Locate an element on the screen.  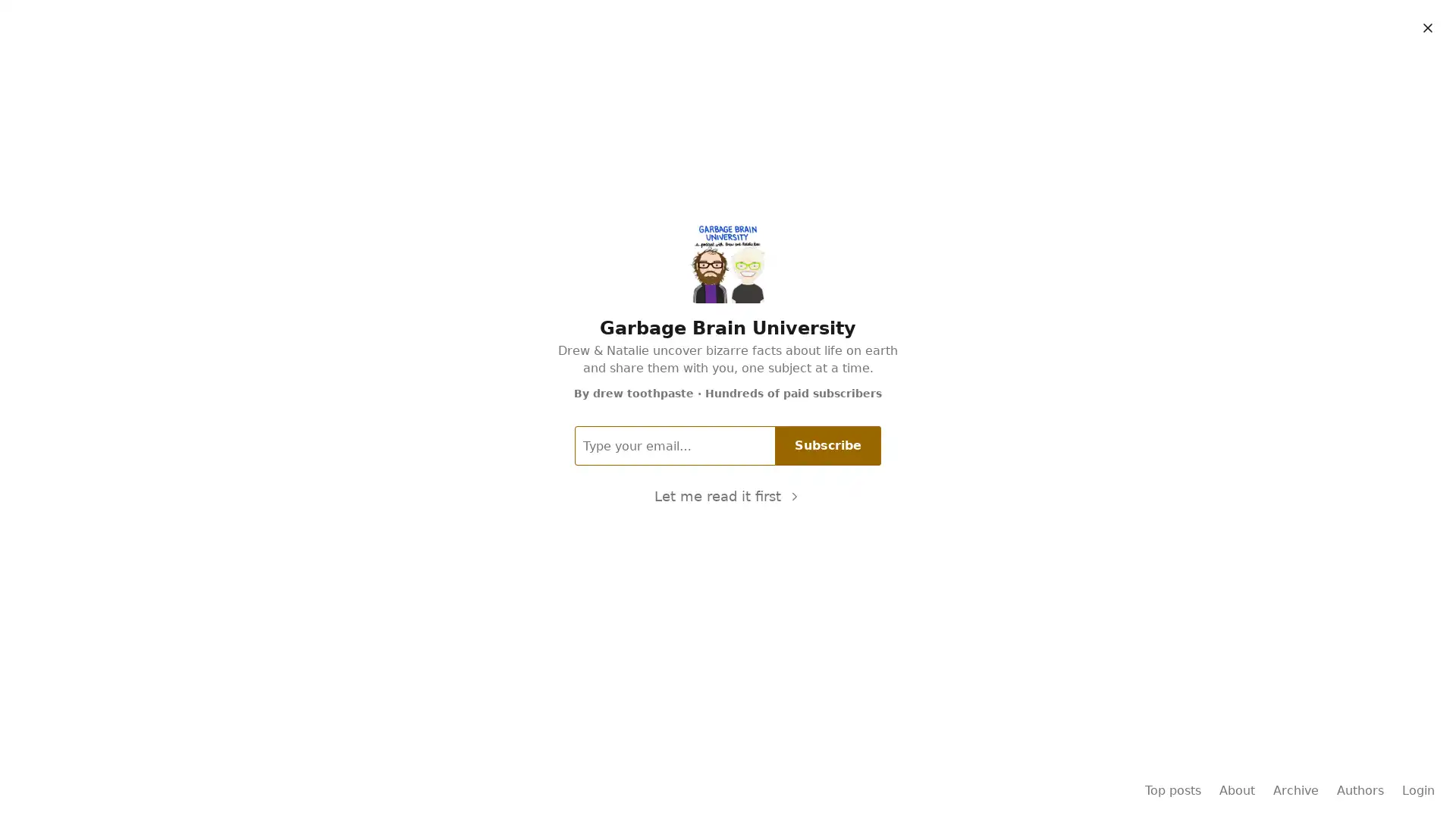
Close is located at coordinates (1426, 28).